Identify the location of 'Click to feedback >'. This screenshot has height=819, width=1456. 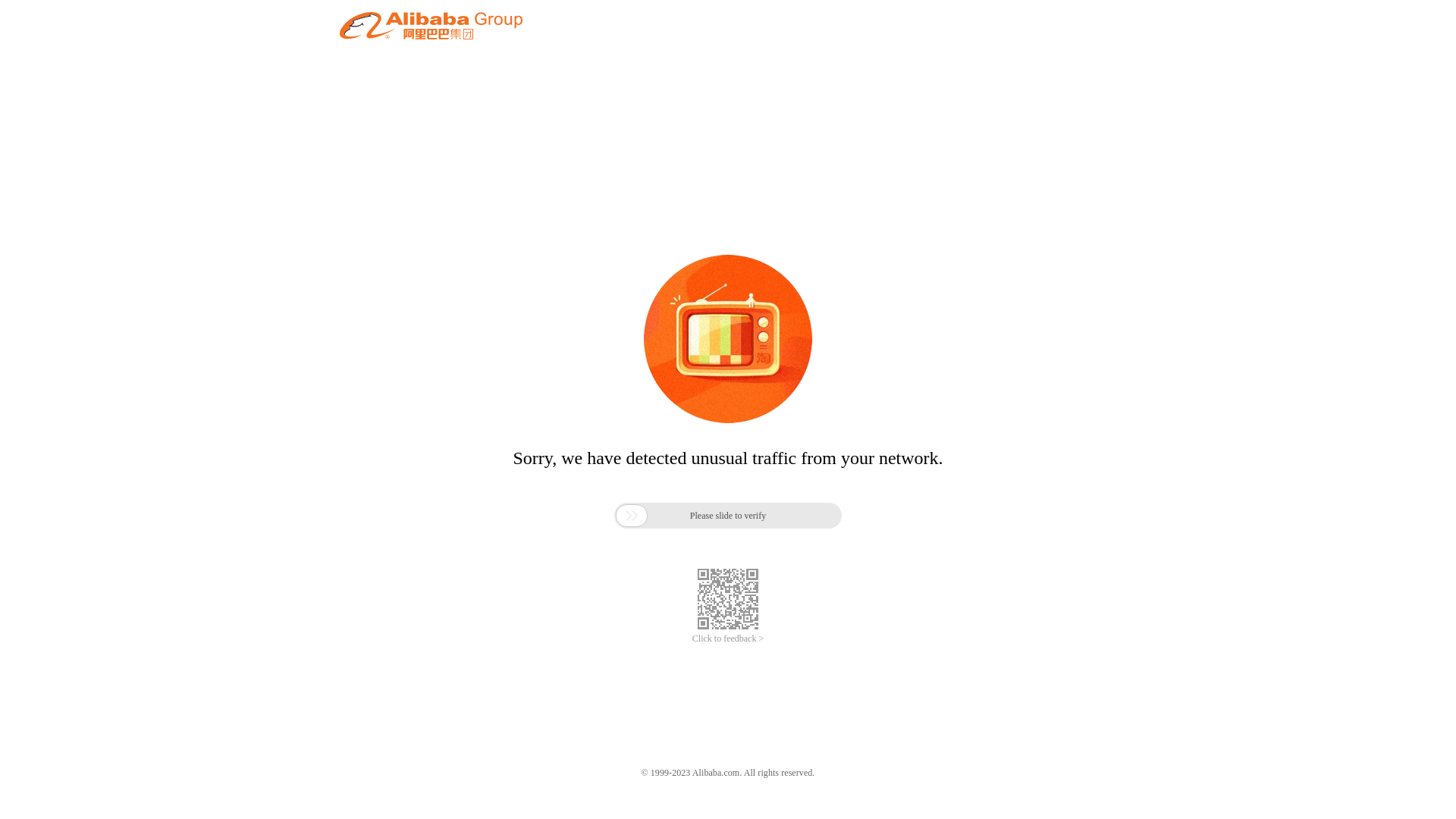
(728, 639).